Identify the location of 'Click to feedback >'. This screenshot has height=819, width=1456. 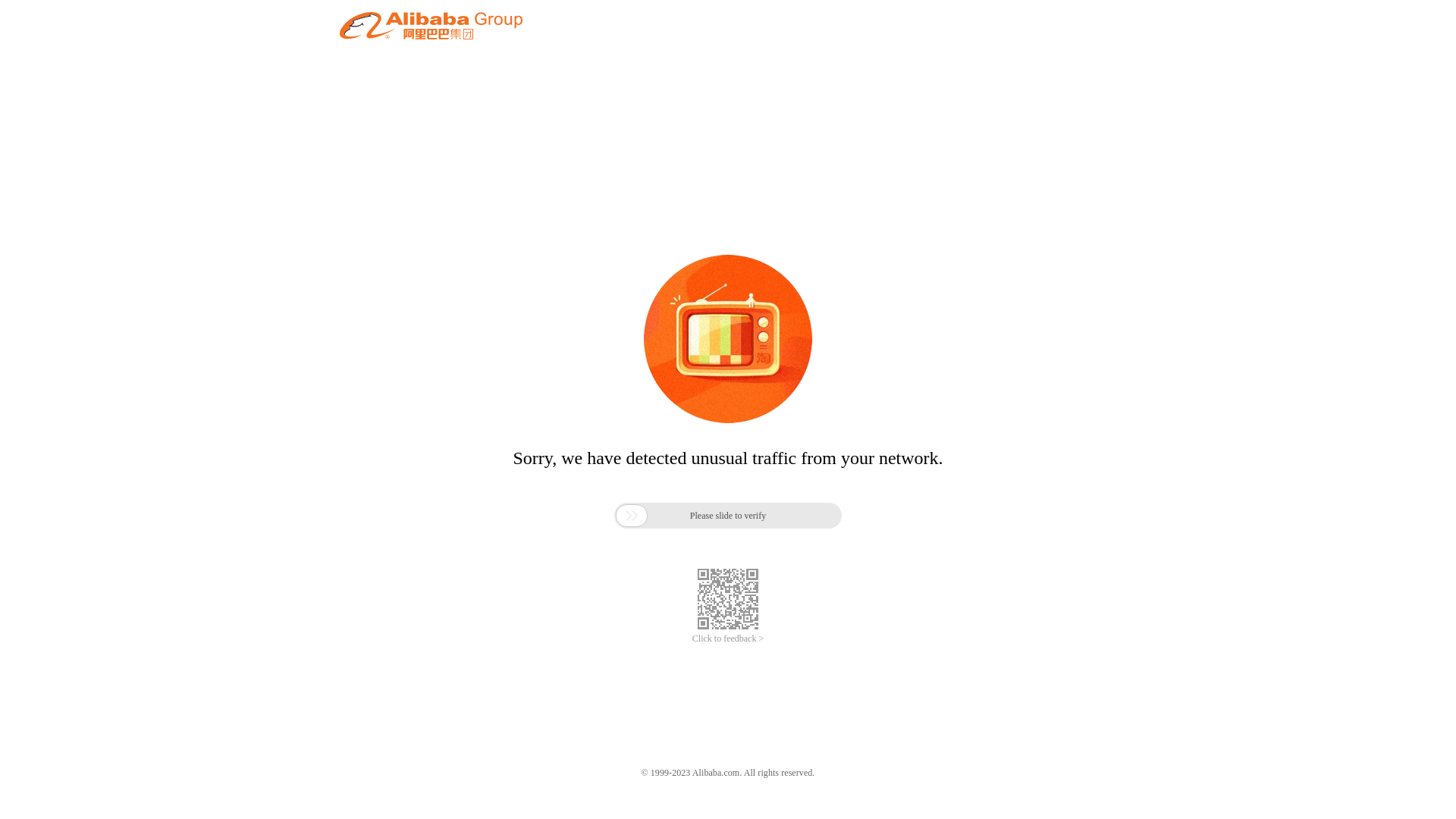
(728, 639).